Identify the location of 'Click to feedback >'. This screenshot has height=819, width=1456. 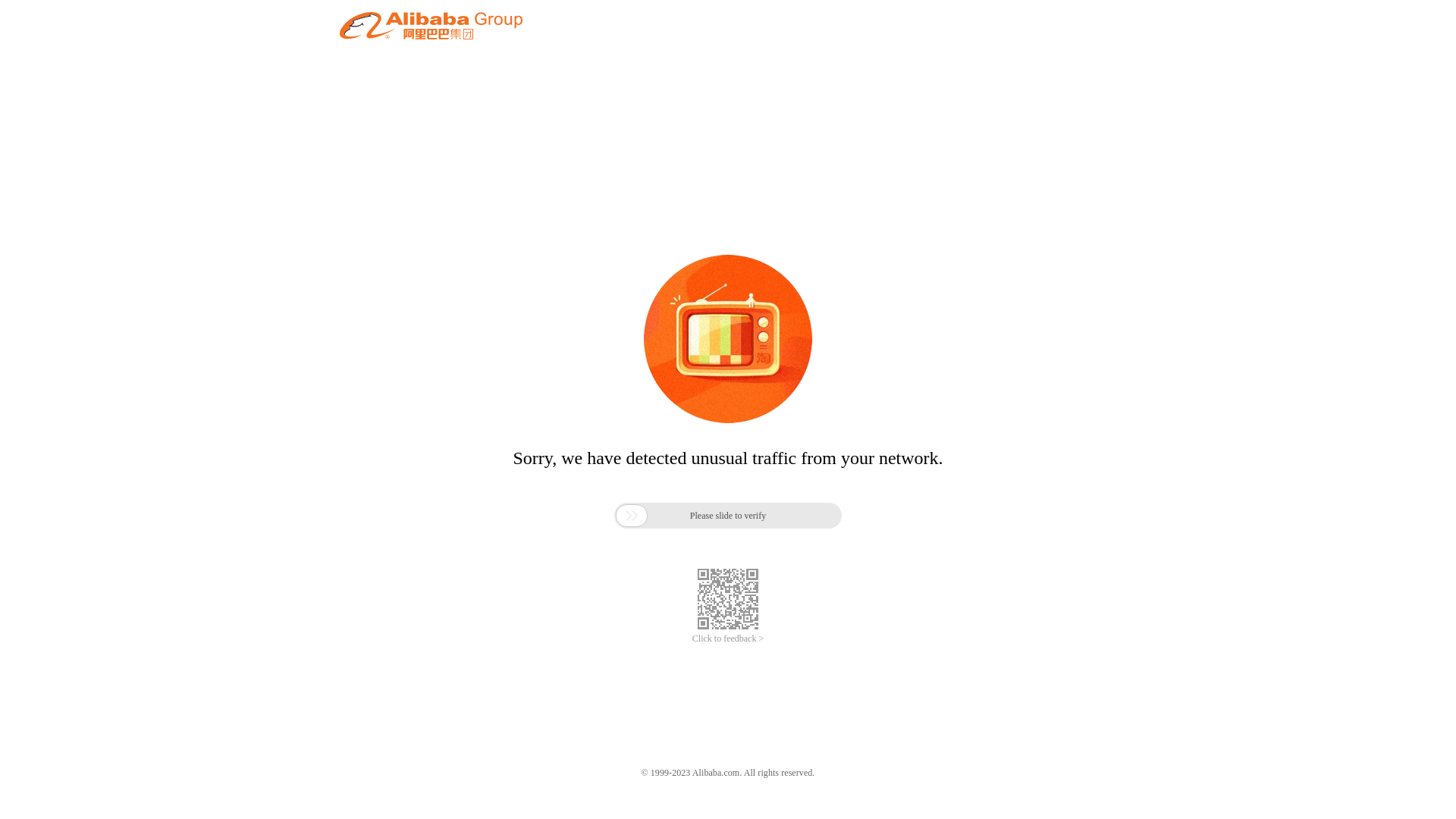
(728, 639).